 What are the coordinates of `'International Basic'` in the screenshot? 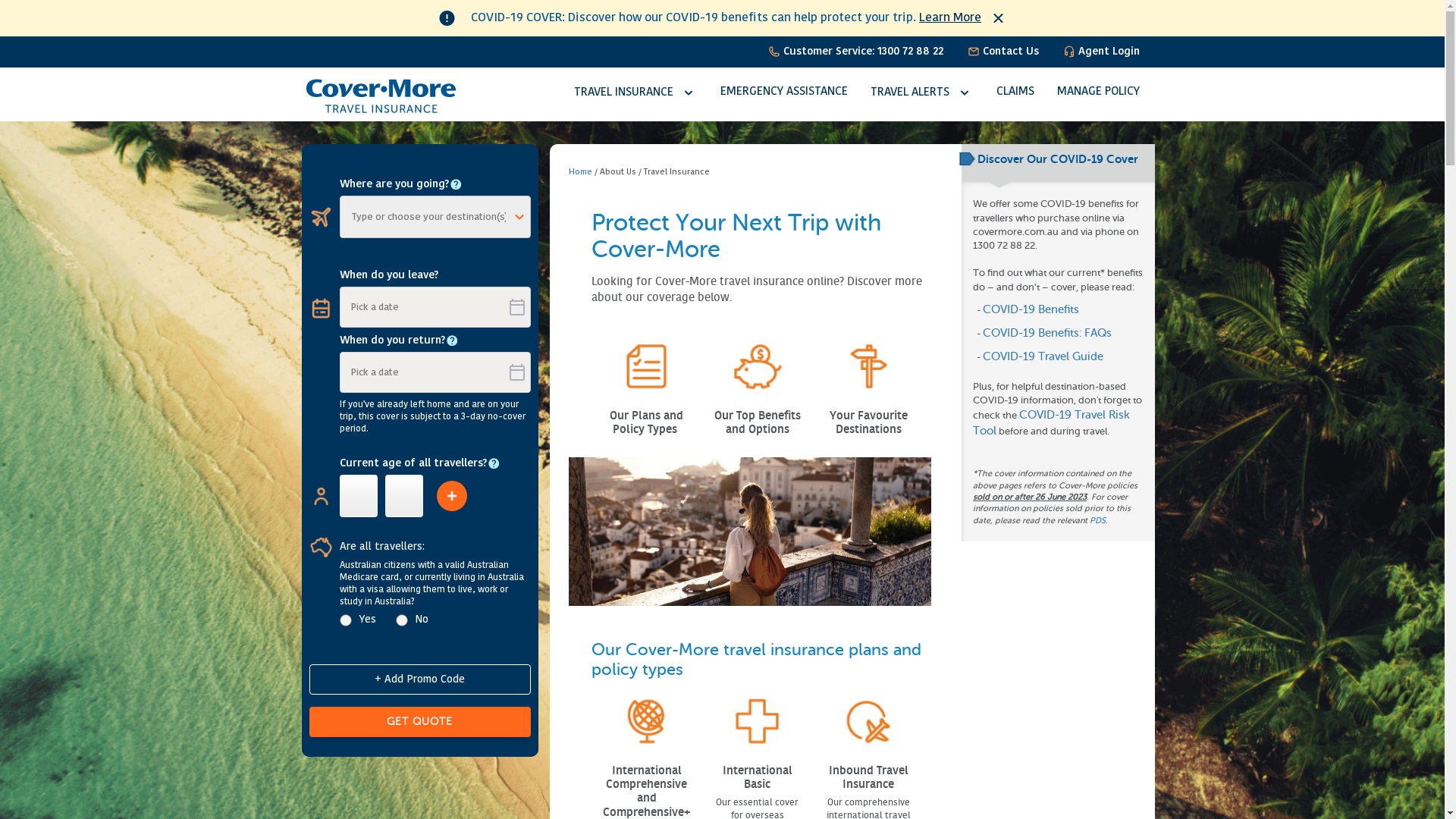 It's located at (757, 777).